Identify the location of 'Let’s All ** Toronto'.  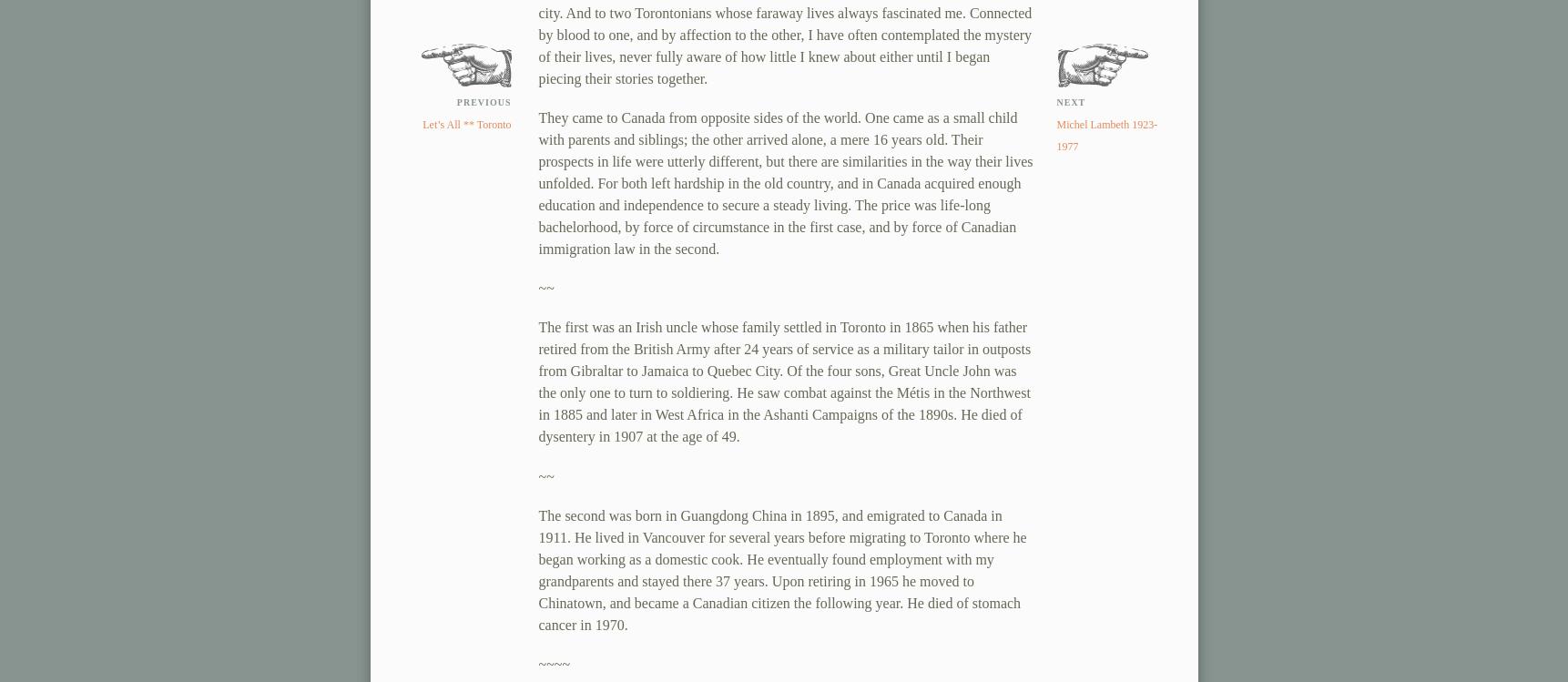
(422, 124).